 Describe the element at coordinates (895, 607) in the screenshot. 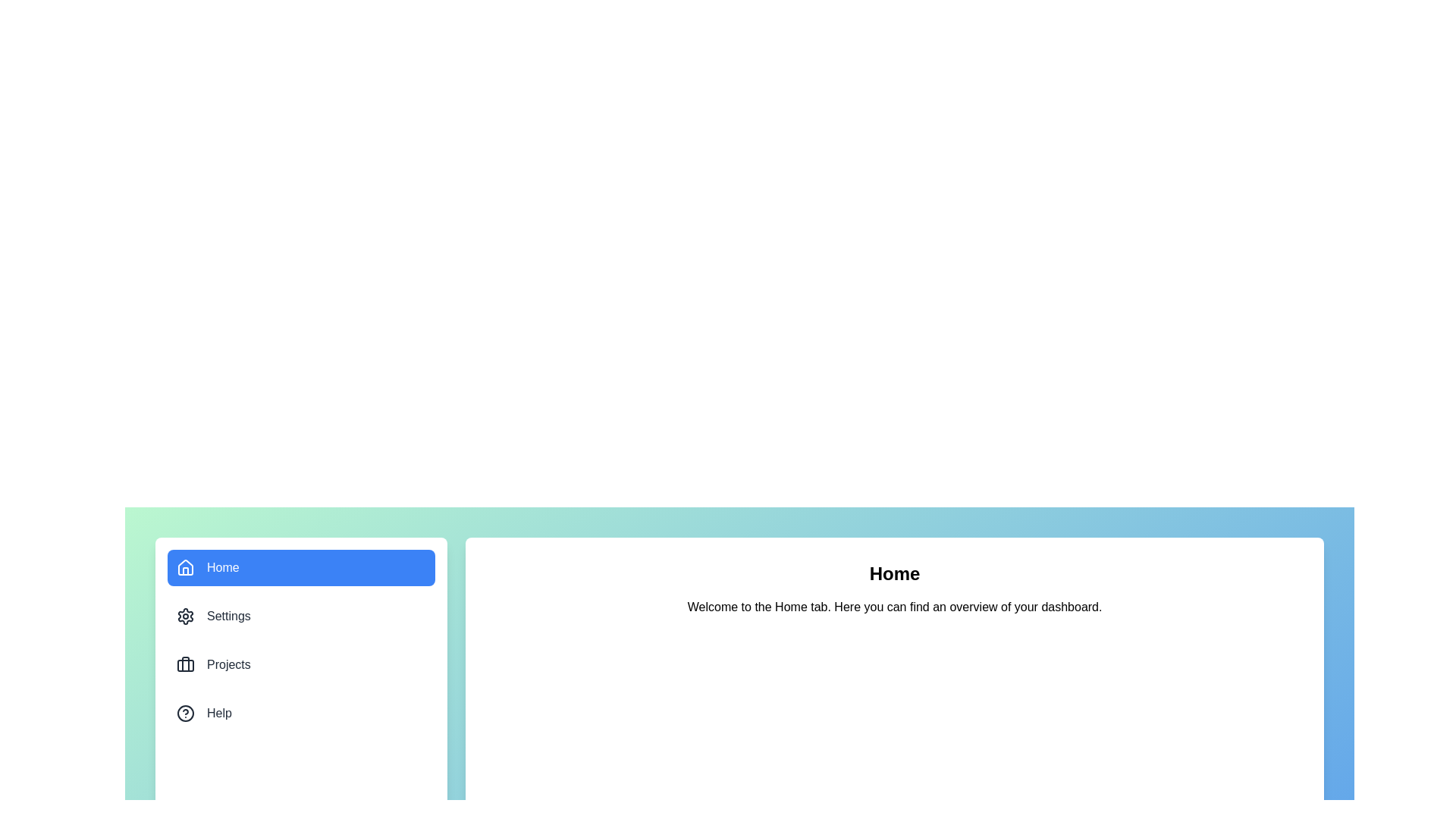

I see `the content area of the active tab to interact with it` at that location.